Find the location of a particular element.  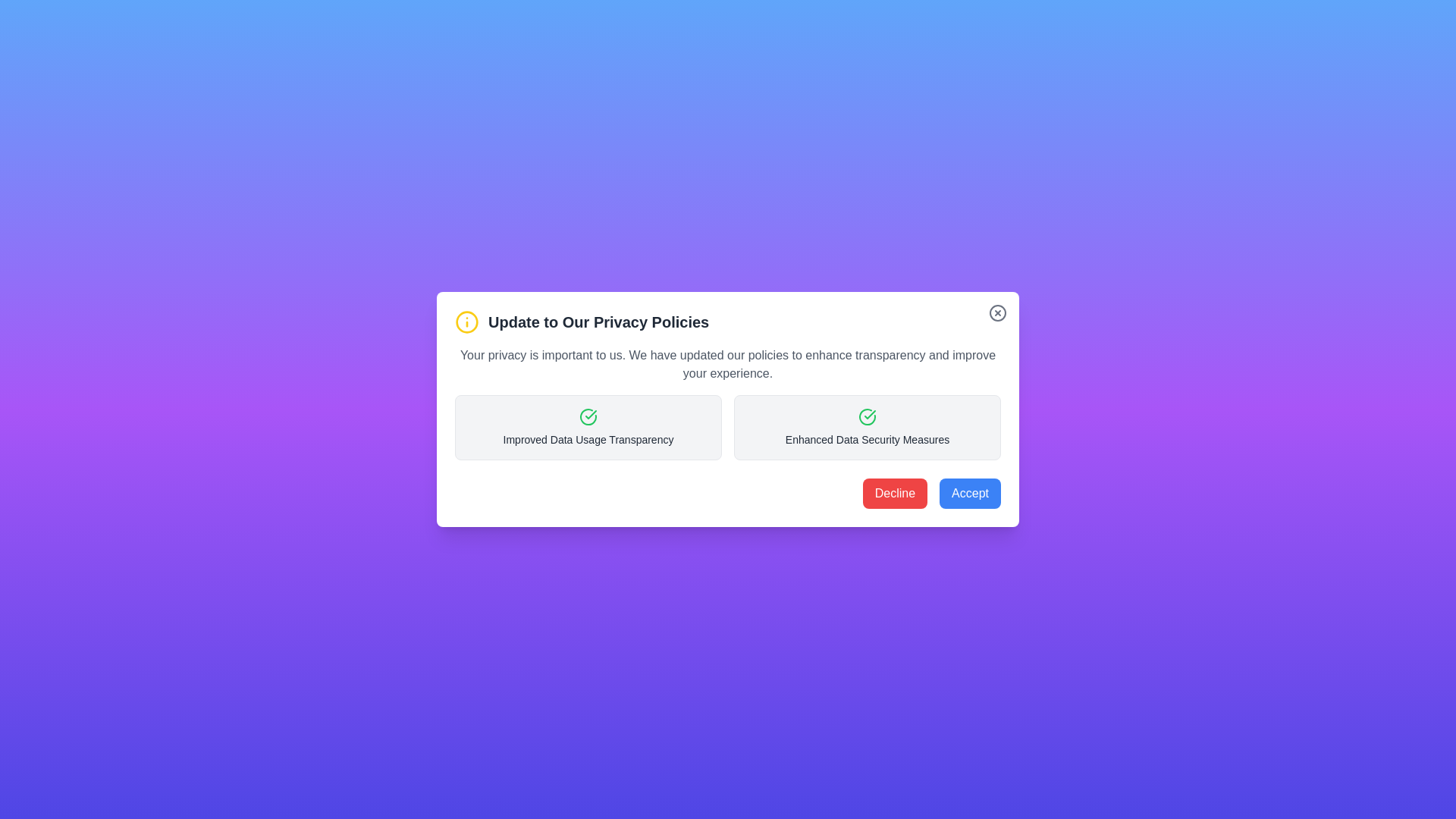

the 'Accept' button to acknowledge the information is located at coordinates (968, 494).